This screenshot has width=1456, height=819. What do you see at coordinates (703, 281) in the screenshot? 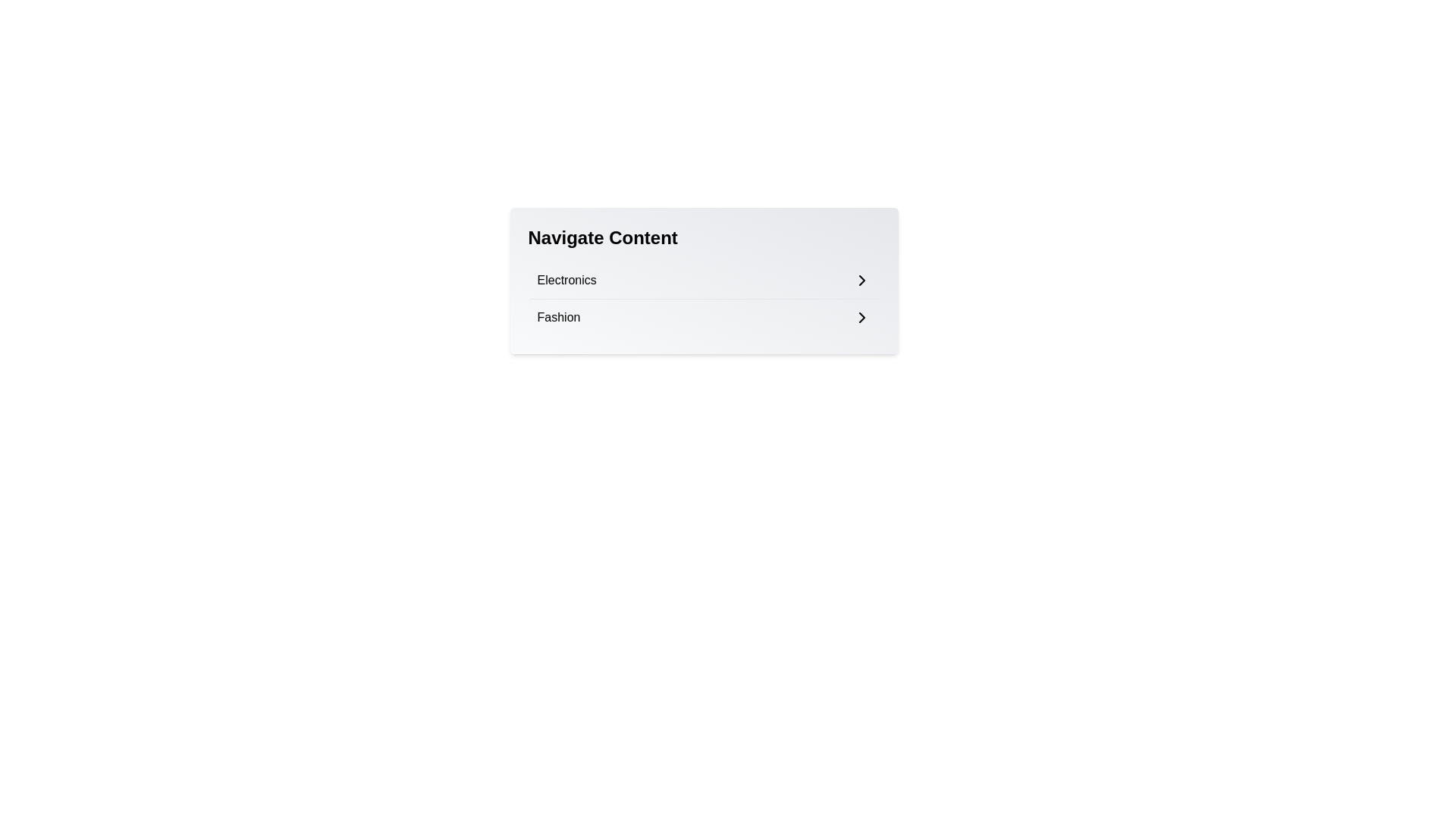
I see `the navigation menu box containing the links 'Electronics' and 'Fashion'` at bounding box center [703, 281].